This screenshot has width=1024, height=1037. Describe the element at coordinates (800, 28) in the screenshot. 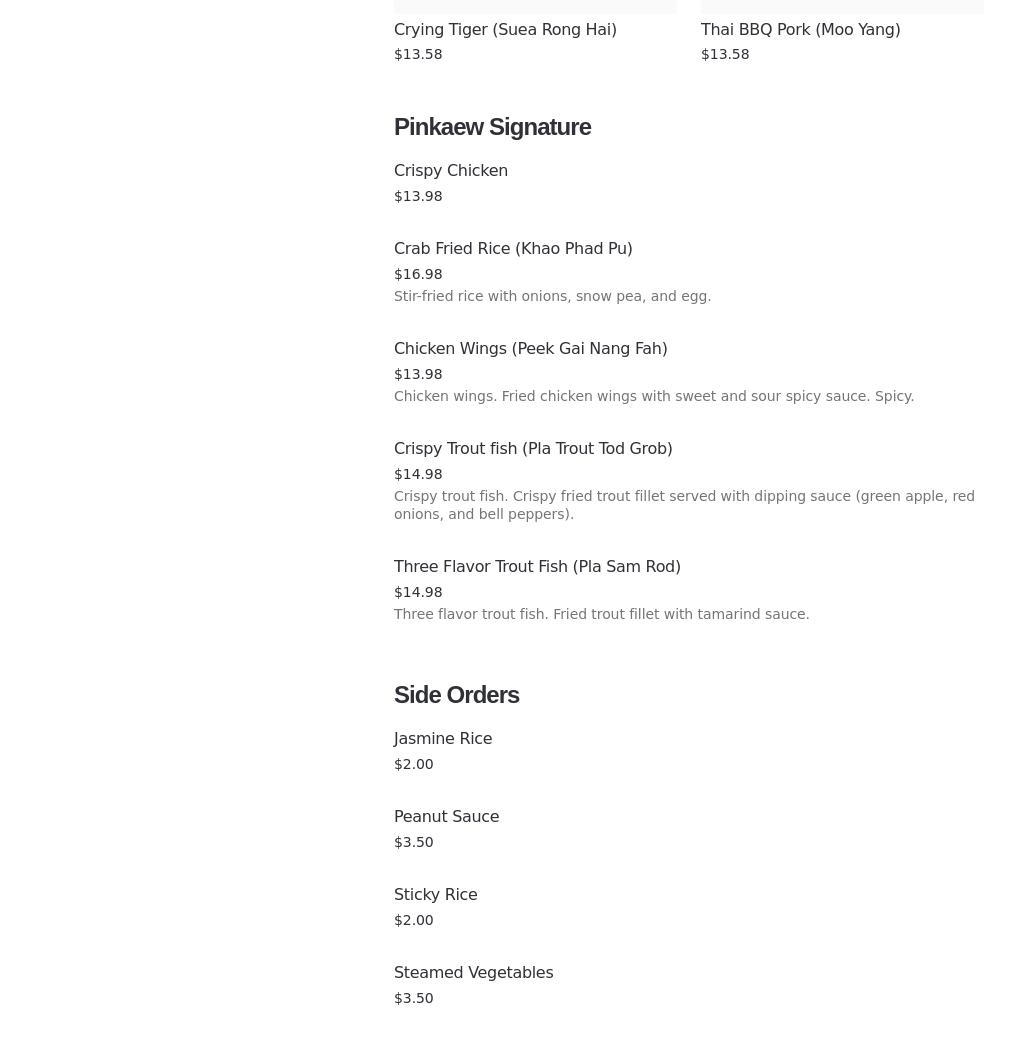

I see `'Thai BBQ Pork (Moo Yang)'` at that location.